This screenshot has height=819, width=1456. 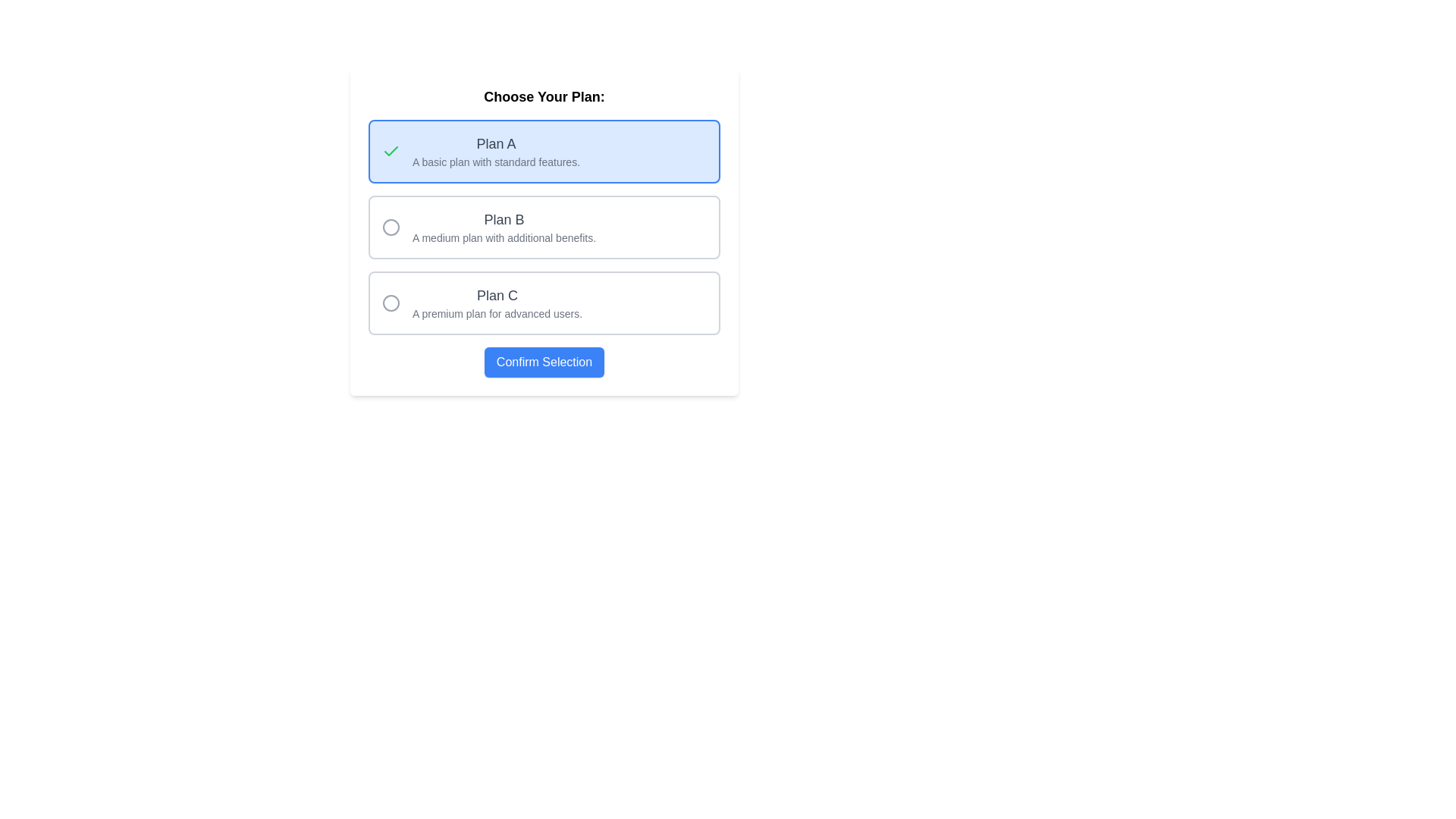 What do you see at coordinates (482, 303) in the screenshot?
I see `text of the 'Plan C' option in the selection interface, which is the third item in a vertically stacked list of plan choices` at bounding box center [482, 303].